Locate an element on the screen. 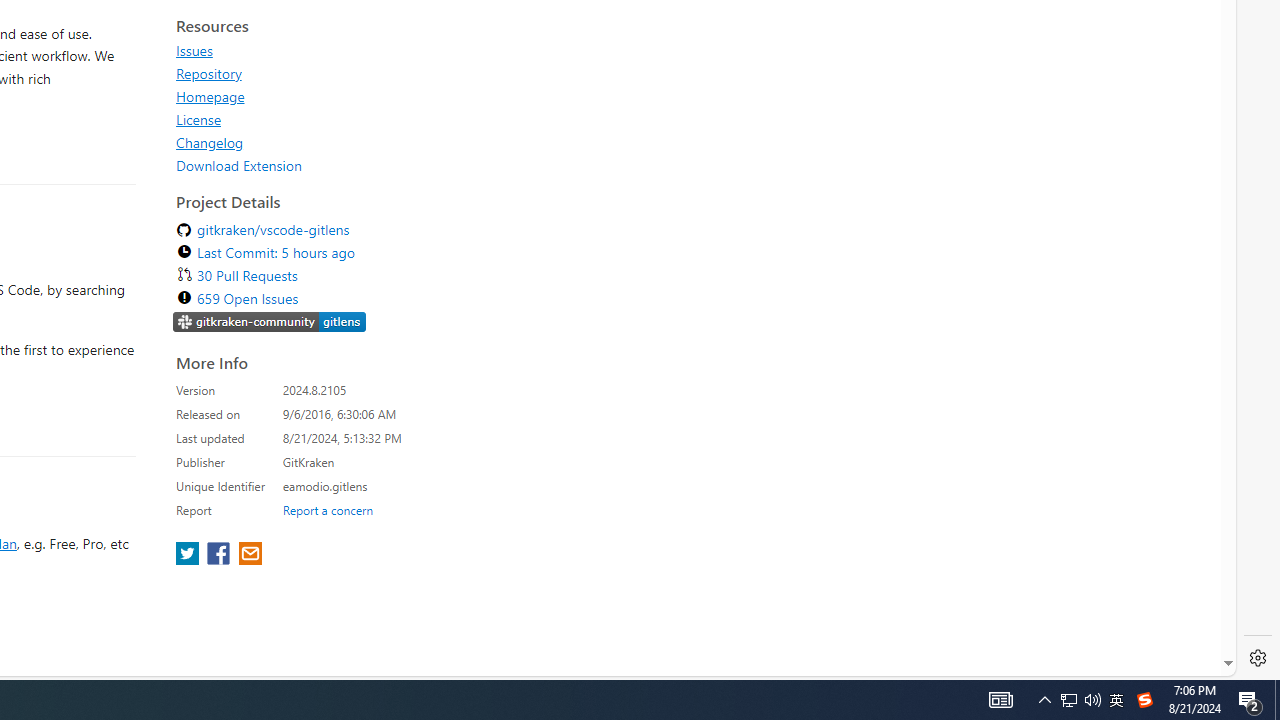  'License' is located at coordinates (199, 119).